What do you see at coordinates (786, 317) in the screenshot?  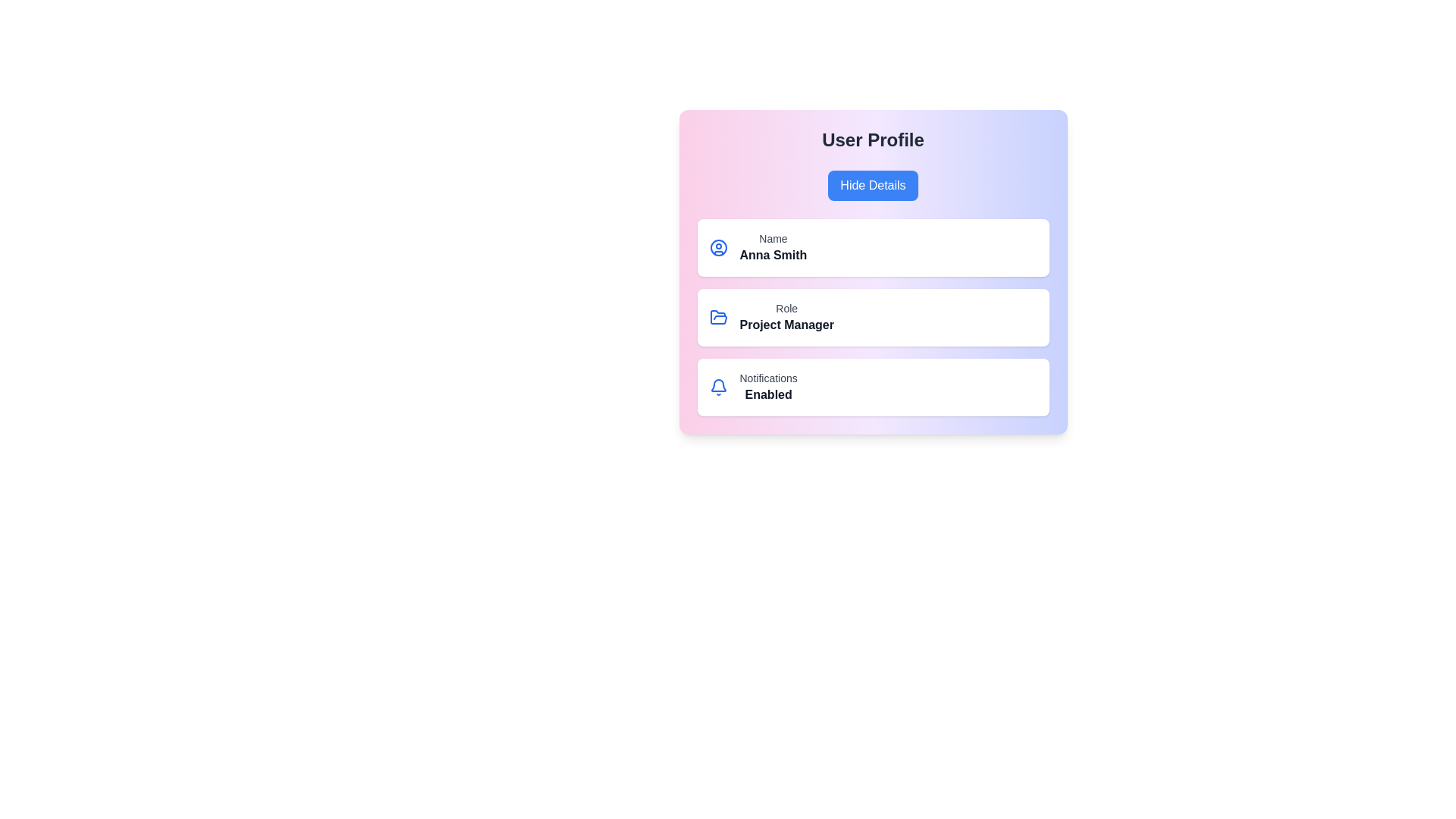 I see `the Text information display indicating the user's role, which shows 'Role: Project Manager', located in the second row of the profile card` at bounding box center [786, 317].